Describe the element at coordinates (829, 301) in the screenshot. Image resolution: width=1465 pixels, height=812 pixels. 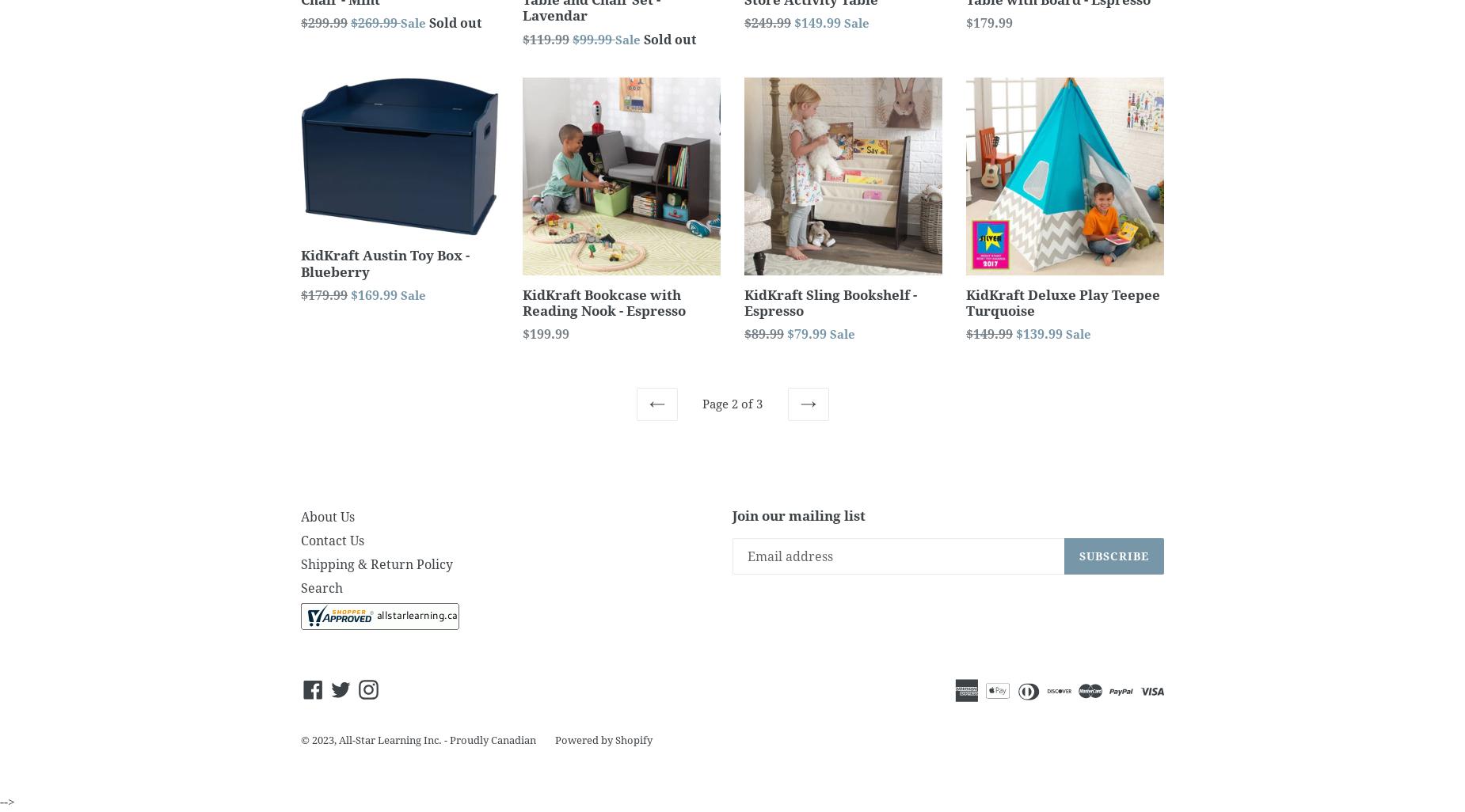
I see `'KidKraft Sling Bookshelf - Espresso'` at that location.